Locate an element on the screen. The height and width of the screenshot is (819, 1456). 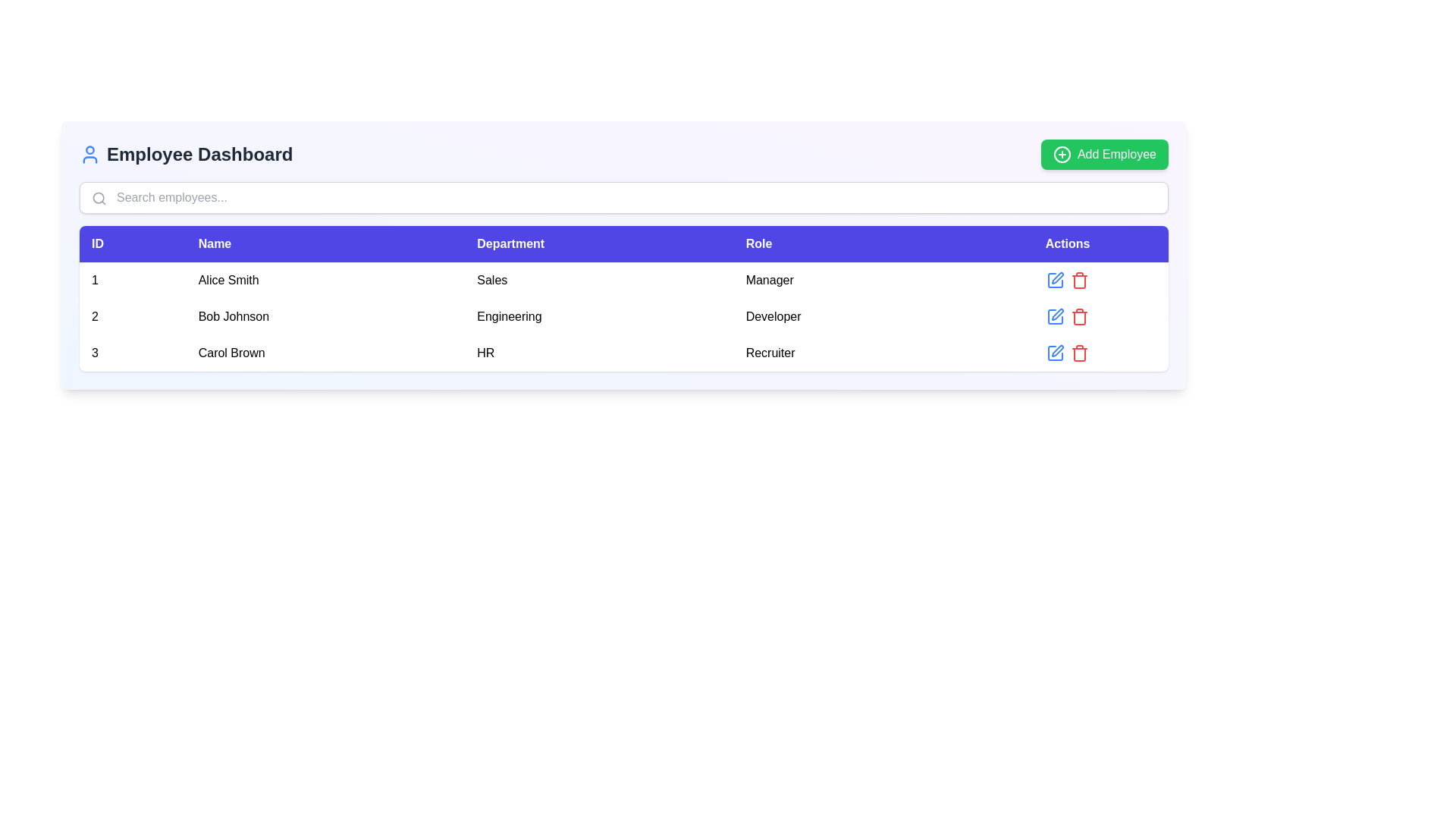
the text in the first row of the employee details table, which includes the entries '1', 'Alice Smith', 'Sales', and 'Manager' is located at coordinates (623, 281).